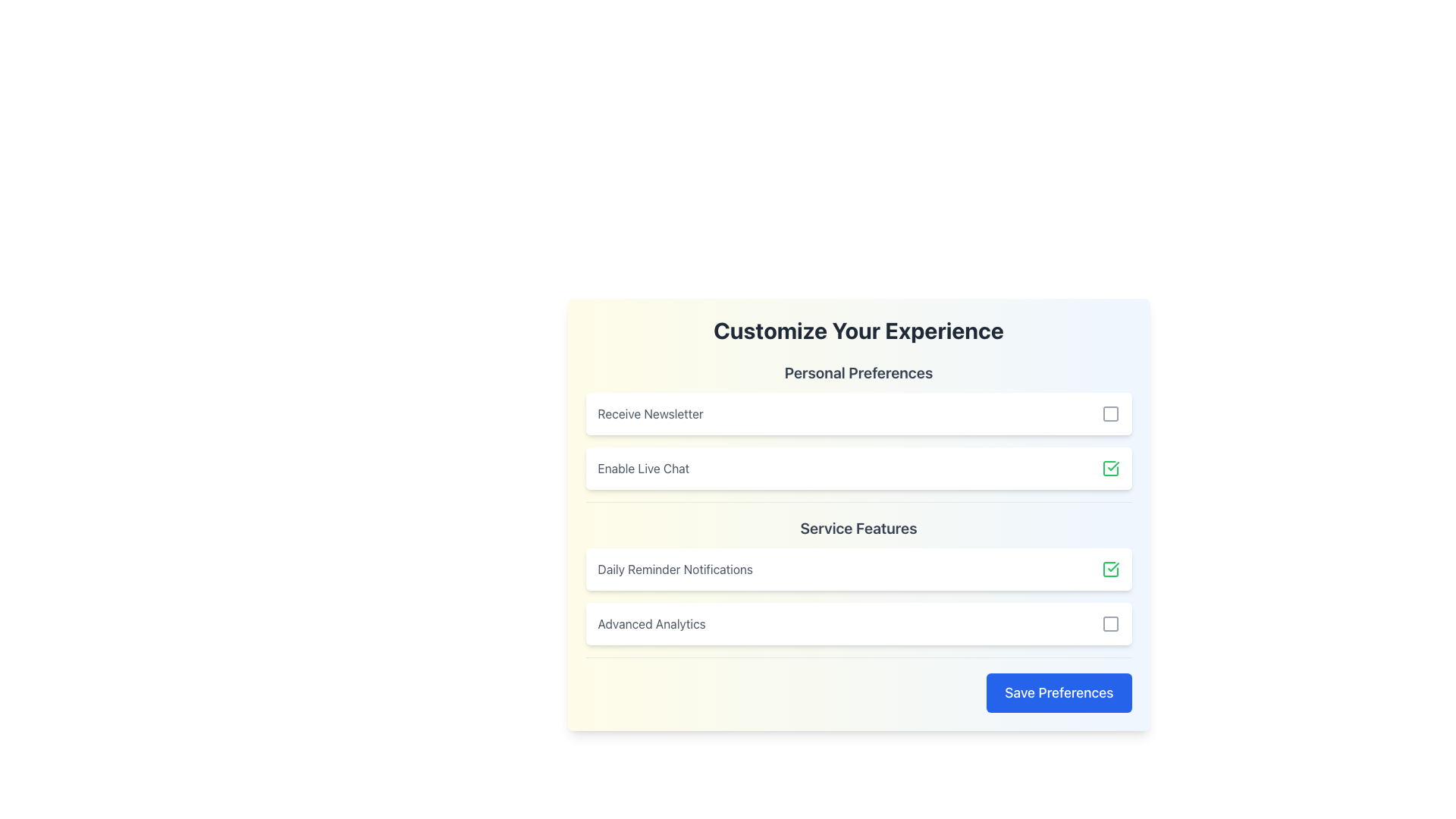  I want to click on the small, square-shaped icon with rounded corners and red fill located inside the first checkbox next to the 'Receive Newsletter' label in the 'Personal Preferences' section, so click(1110, 414).